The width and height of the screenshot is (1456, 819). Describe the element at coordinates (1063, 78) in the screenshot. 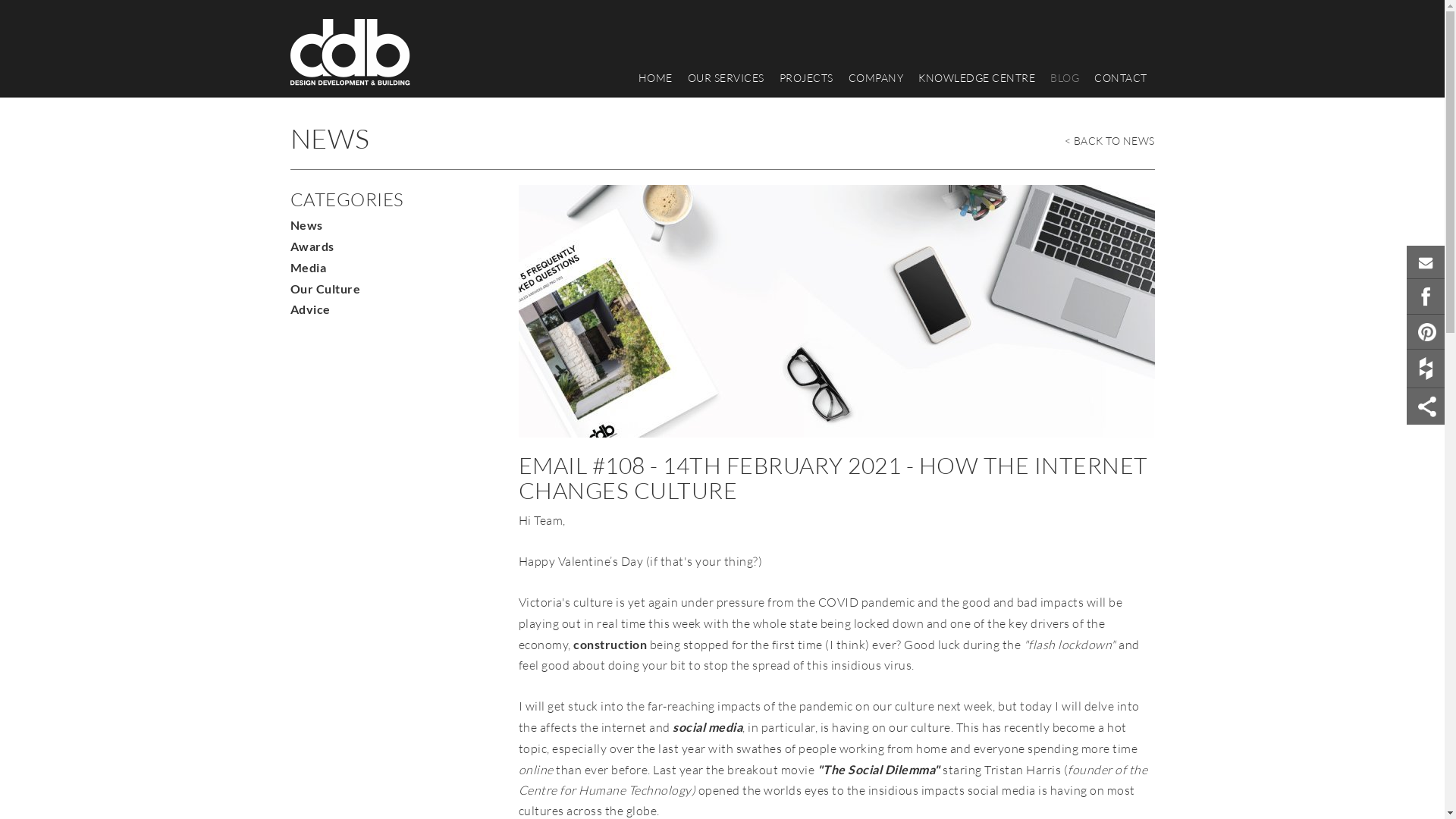

I see `'BLOG'` at that location.